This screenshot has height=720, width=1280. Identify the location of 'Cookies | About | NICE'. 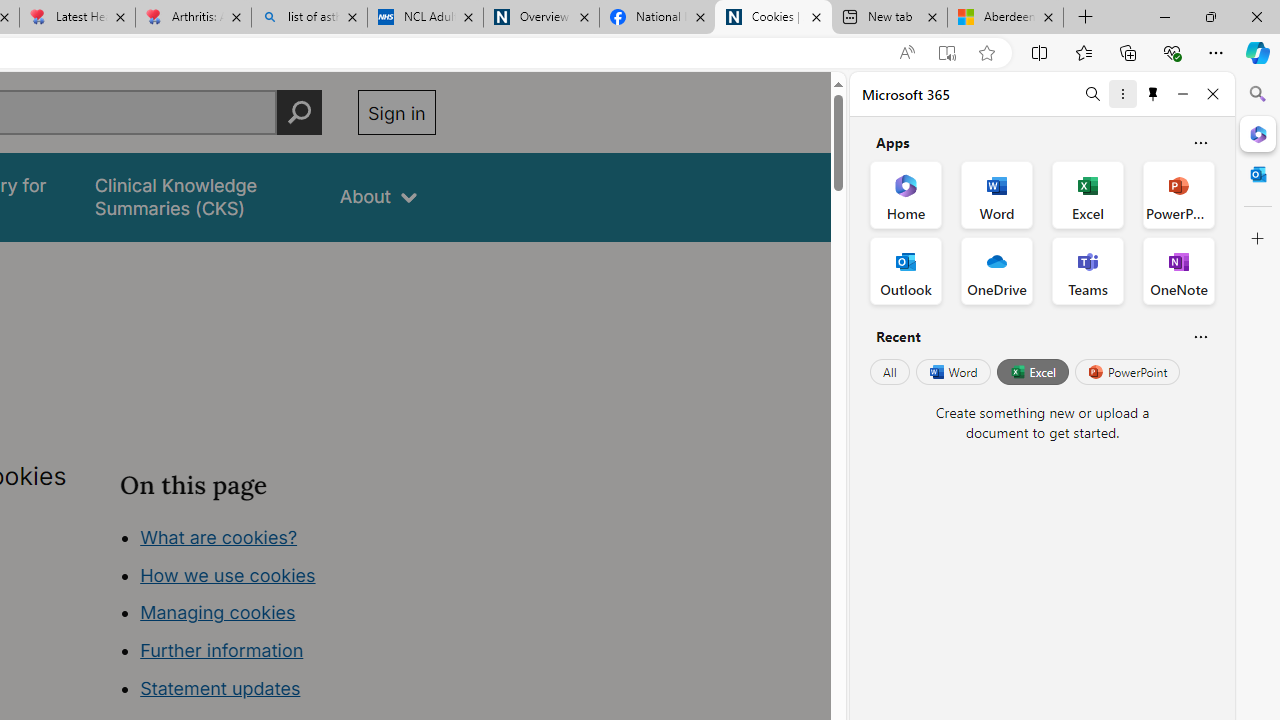
(772, 17).